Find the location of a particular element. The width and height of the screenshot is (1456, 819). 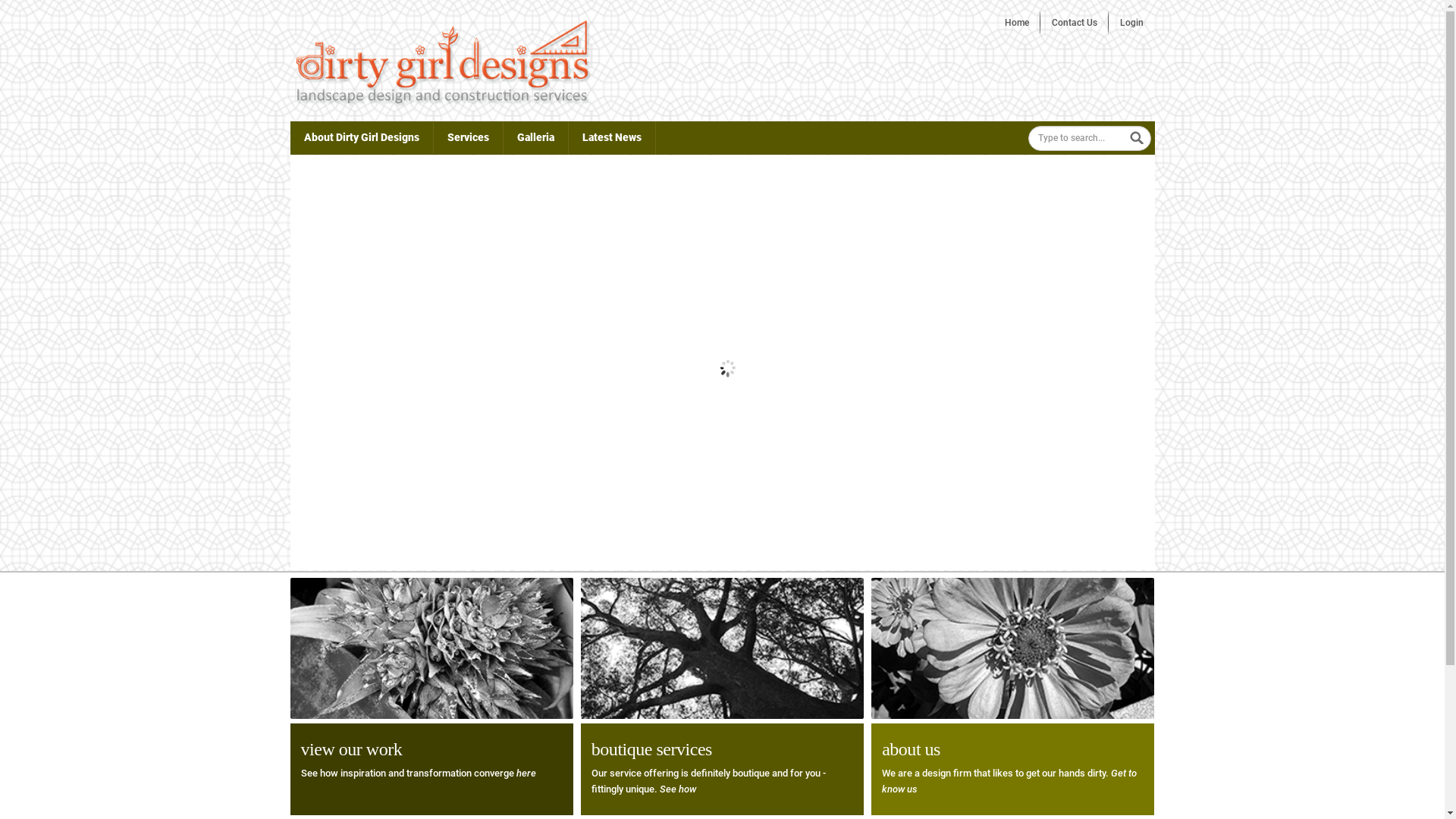

'Latest News' is located at coordinates (611, 137).